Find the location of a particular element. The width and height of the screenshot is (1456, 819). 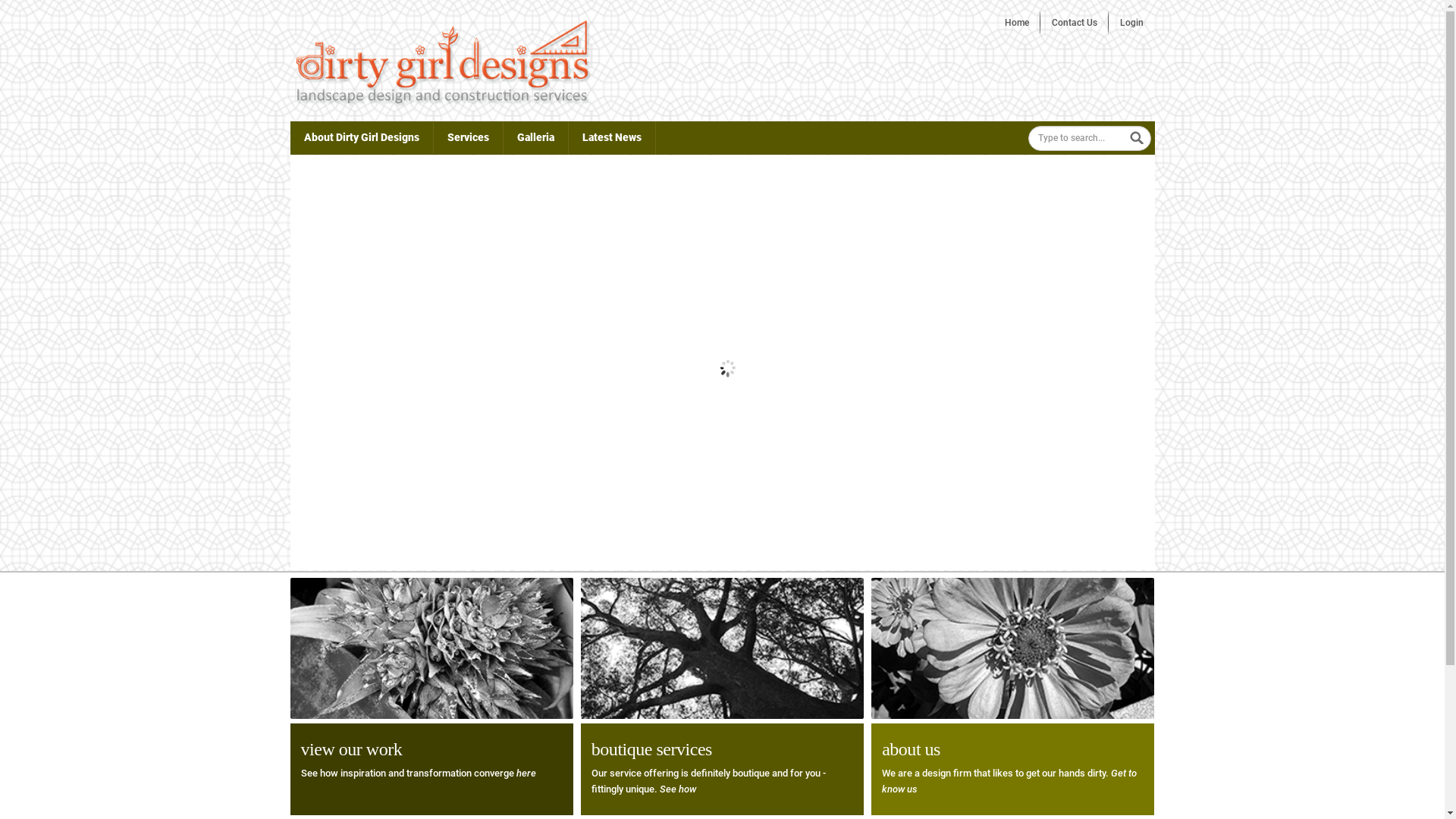

'Latest News' is located at coordinates (611, 137).